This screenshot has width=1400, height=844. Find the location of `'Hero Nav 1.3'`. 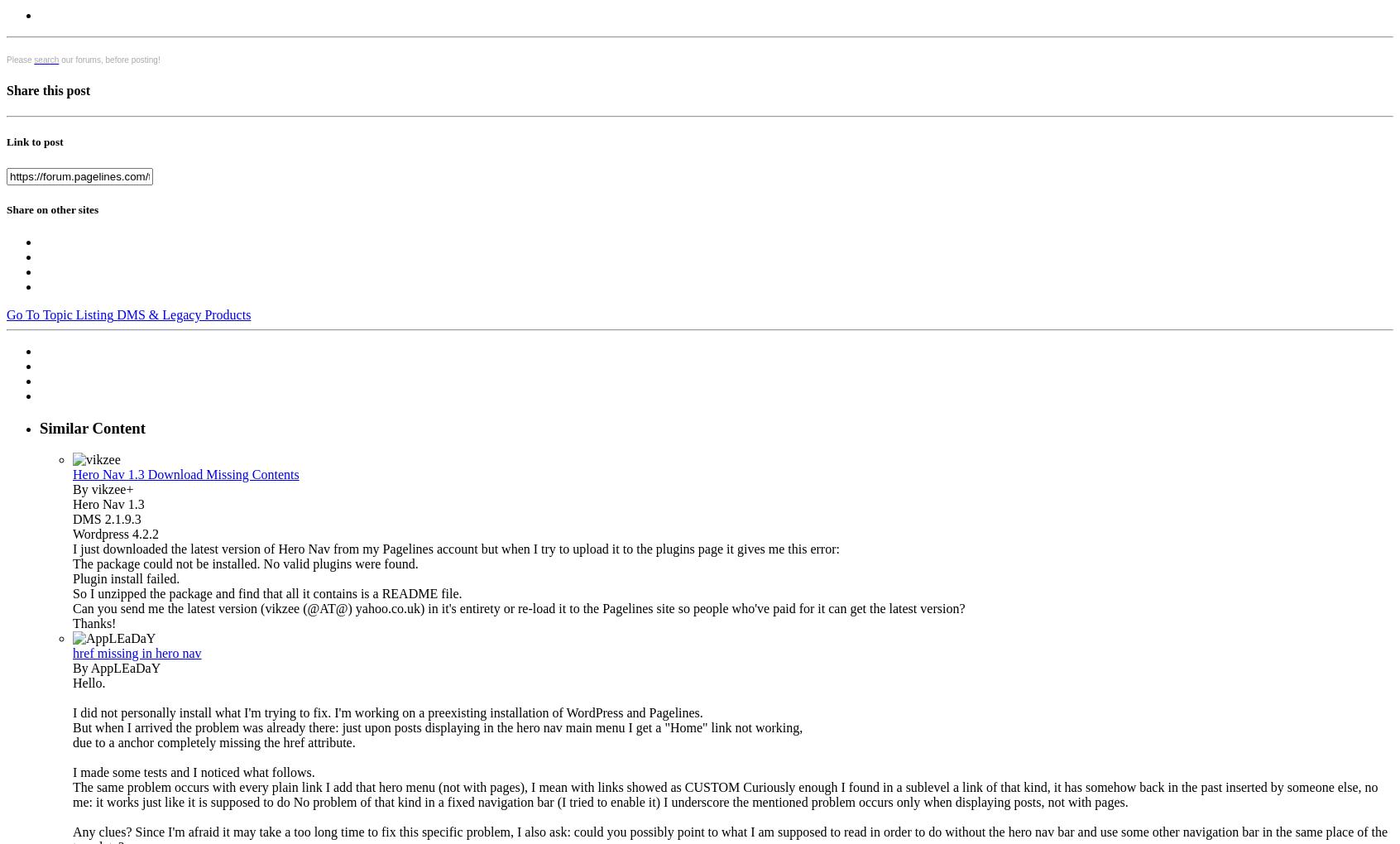

'Hero Nav 1.3' is located at coordinates (108, 503).